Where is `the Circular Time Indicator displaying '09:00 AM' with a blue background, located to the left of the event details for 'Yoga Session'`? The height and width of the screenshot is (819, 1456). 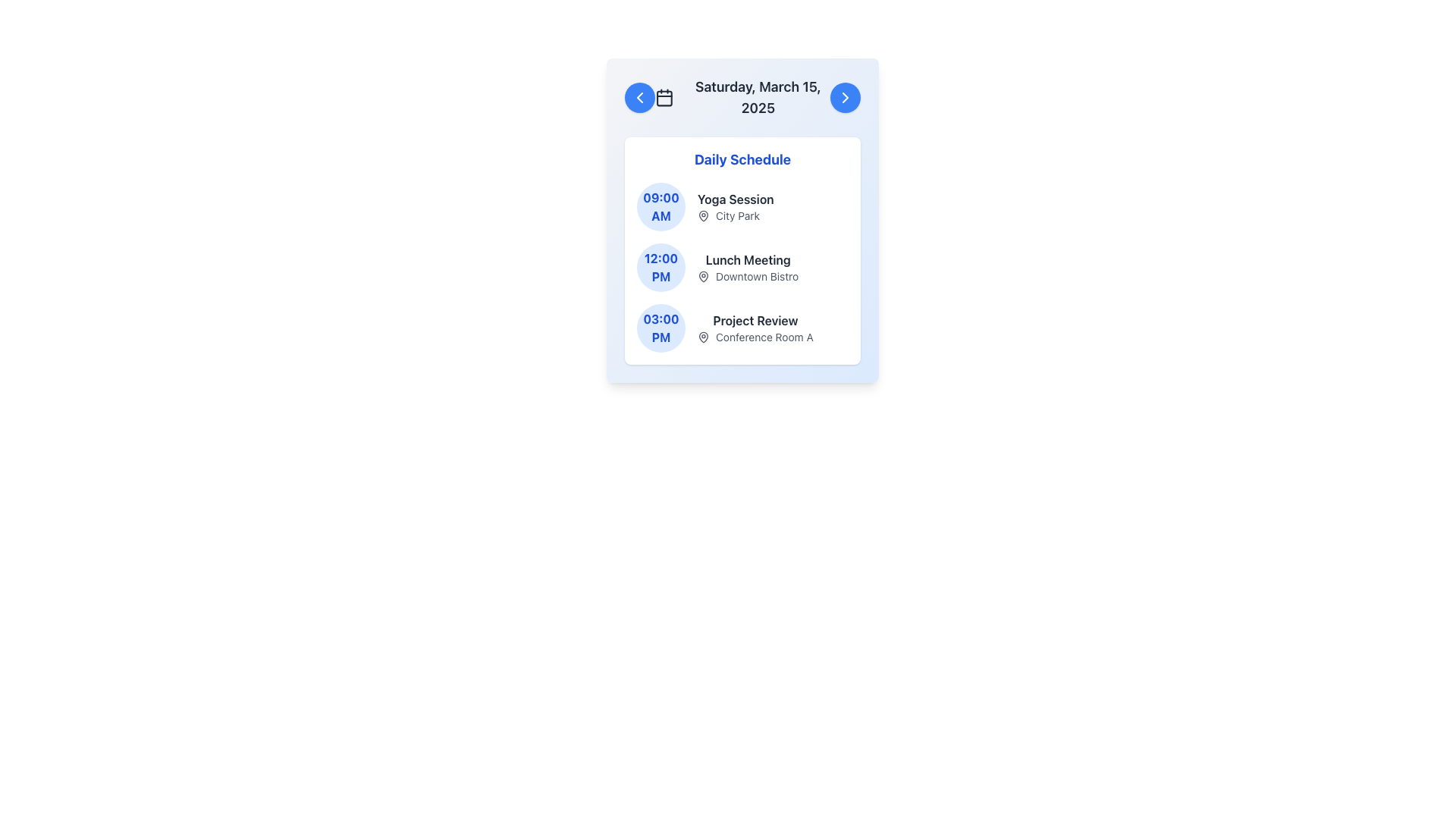
the Circular Time Indicator displaying '09:00 AM' with a blue background, located to the left of the event details for 'Yoga Session' is located at coordinates (661, 207).